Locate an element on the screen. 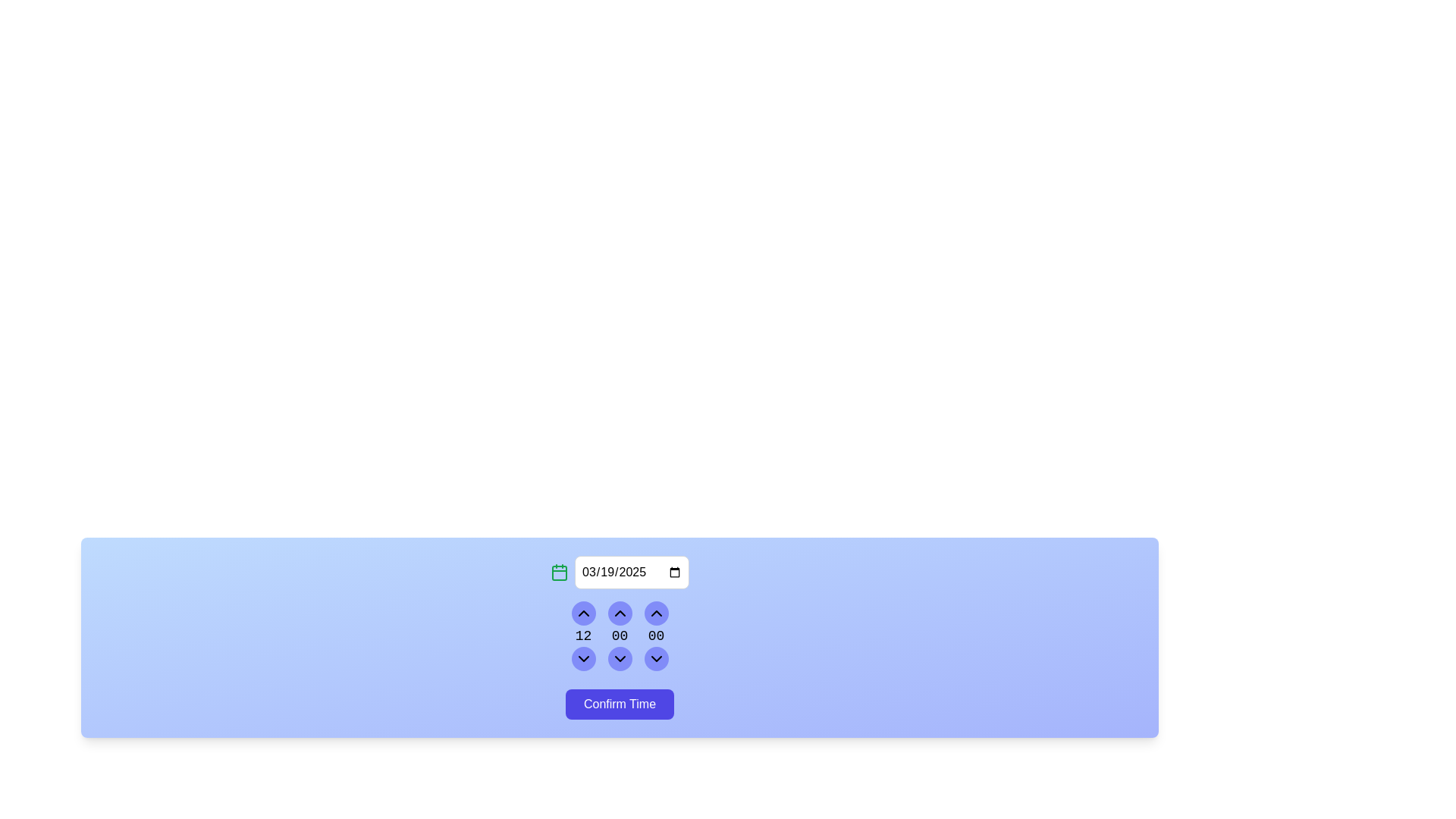 The image size is (1456, 819). the button that decreases the time parameter, located below the '00' text in the second column of the time selector interface is located at coordinates (620, 657).